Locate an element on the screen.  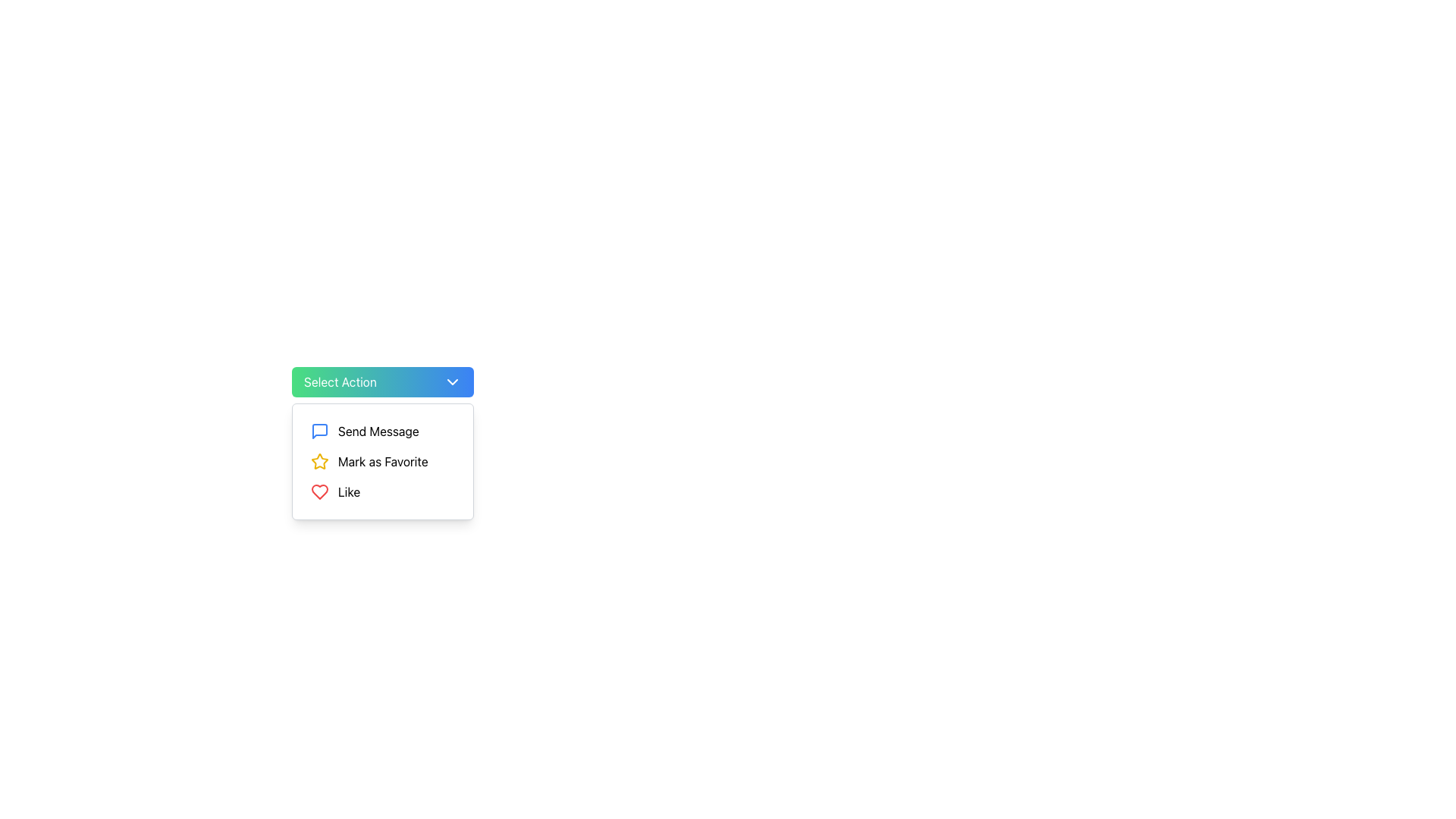
the 'Send Message' icon located at the leftmost side of the 'Send Message' row in the dropdown menu is located at coordinates (319, 431).